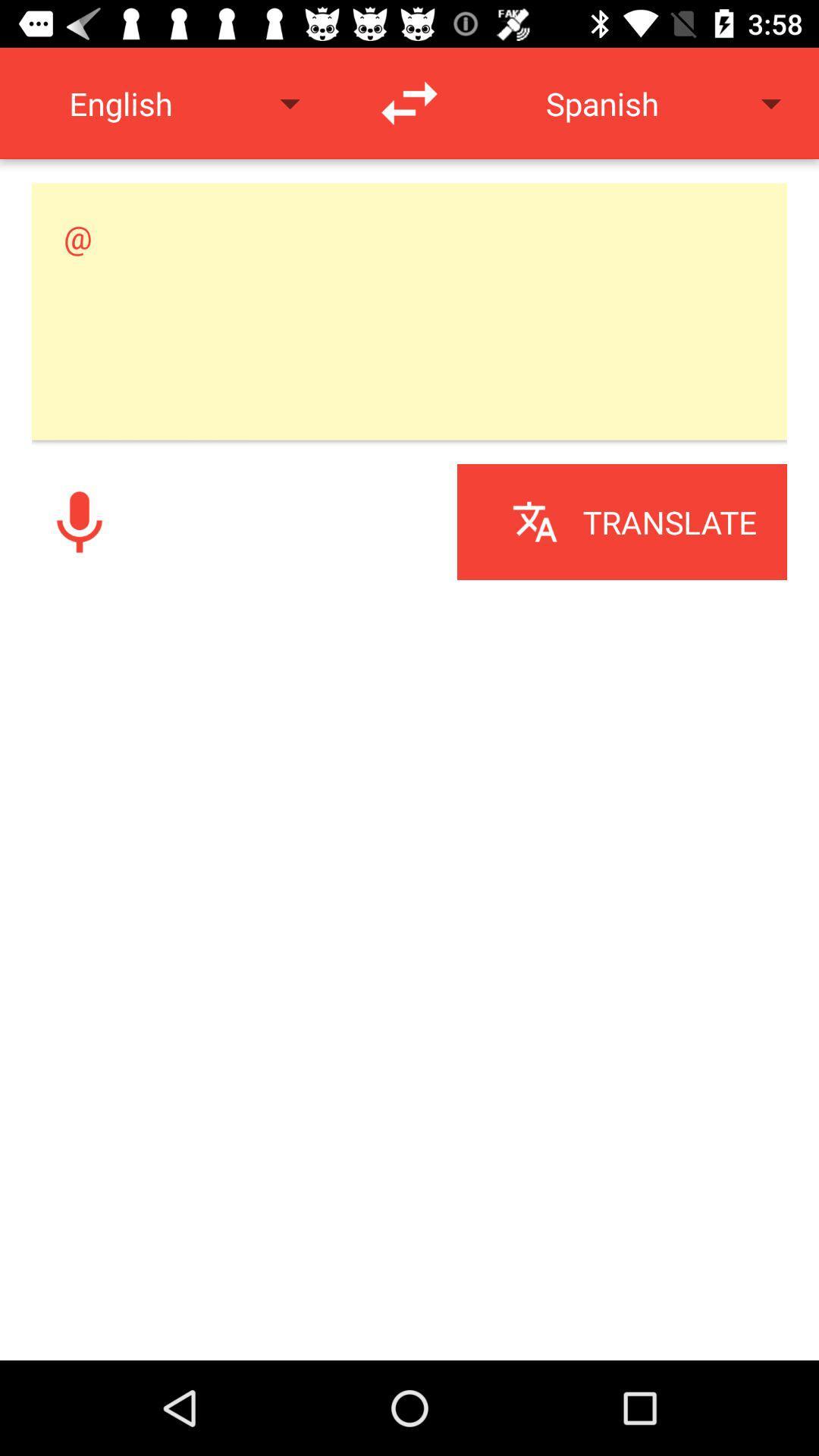  What do you see at coordinates (79, 522) in the screenshot?
I see `mute` at bounding box center [79, 522].